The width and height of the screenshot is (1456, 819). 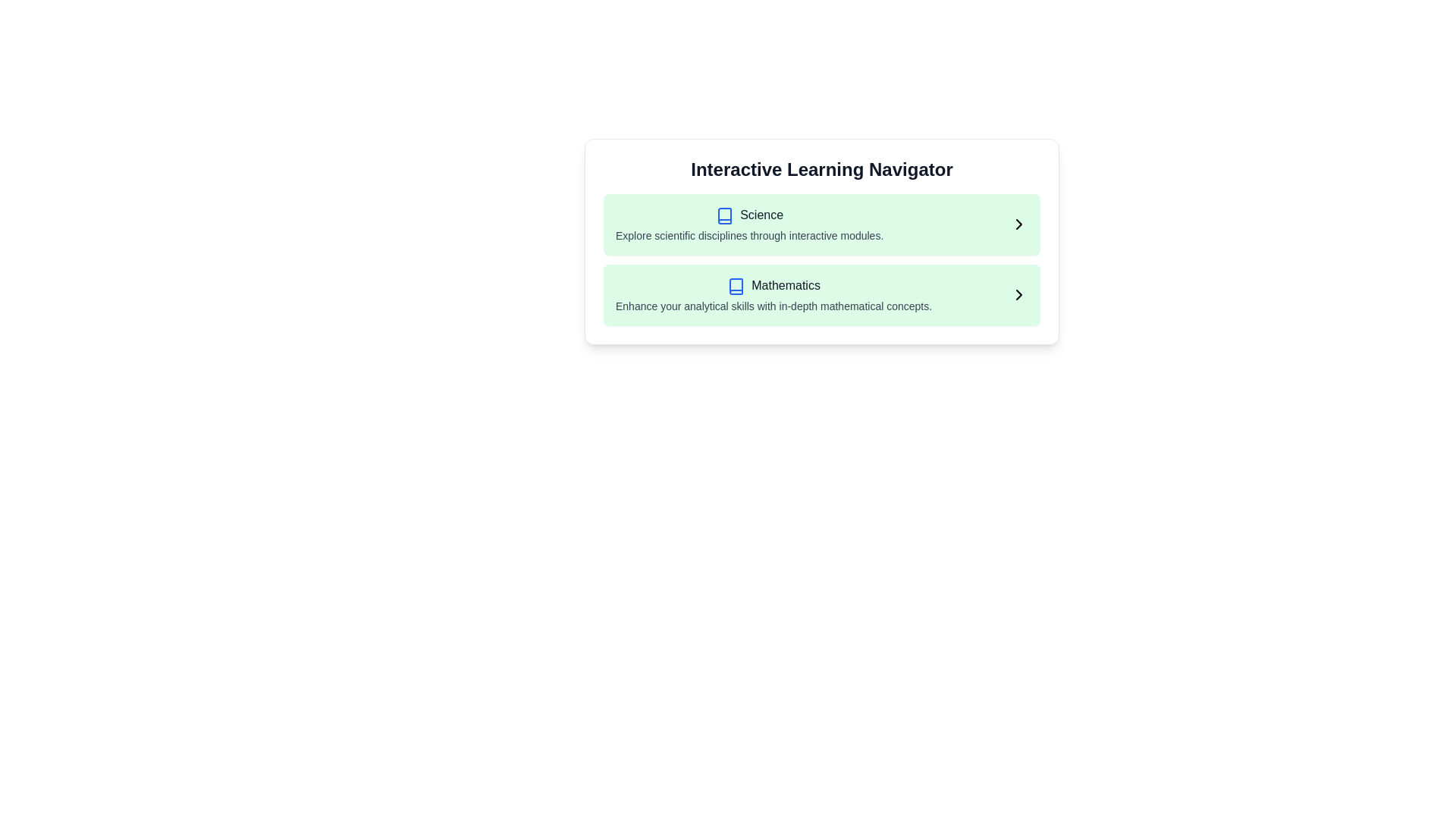 I want to click on the second list item in the selection menu, which serves as a navigational button, so click(x=821, y=295).